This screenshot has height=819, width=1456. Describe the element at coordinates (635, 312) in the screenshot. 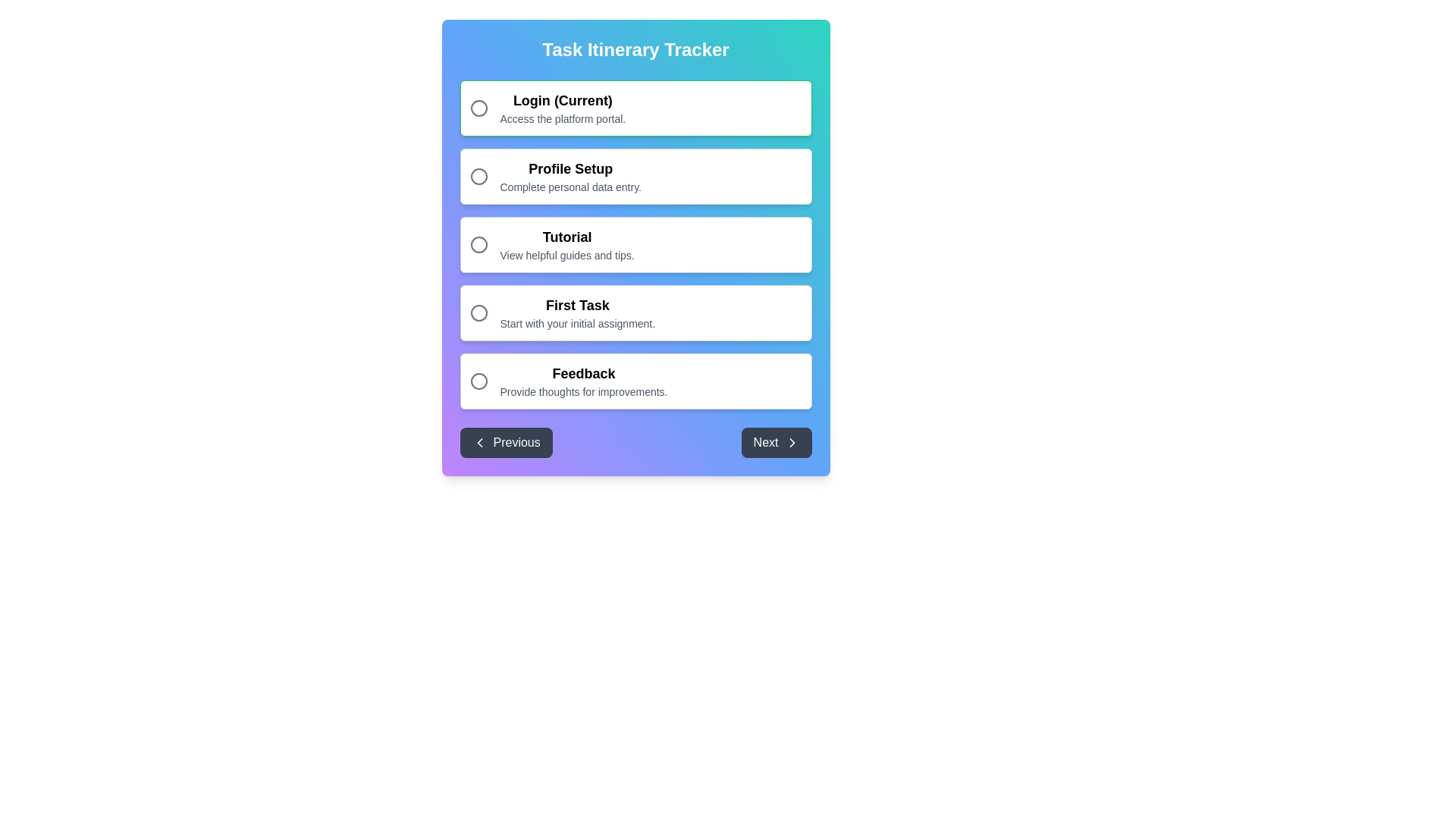

I see `the 'First Task' informational card, which is the fourth card in the 'Task Itinerary Tracker', located below the 'Tutorial' card and above the 'Feedback' card` at that location.